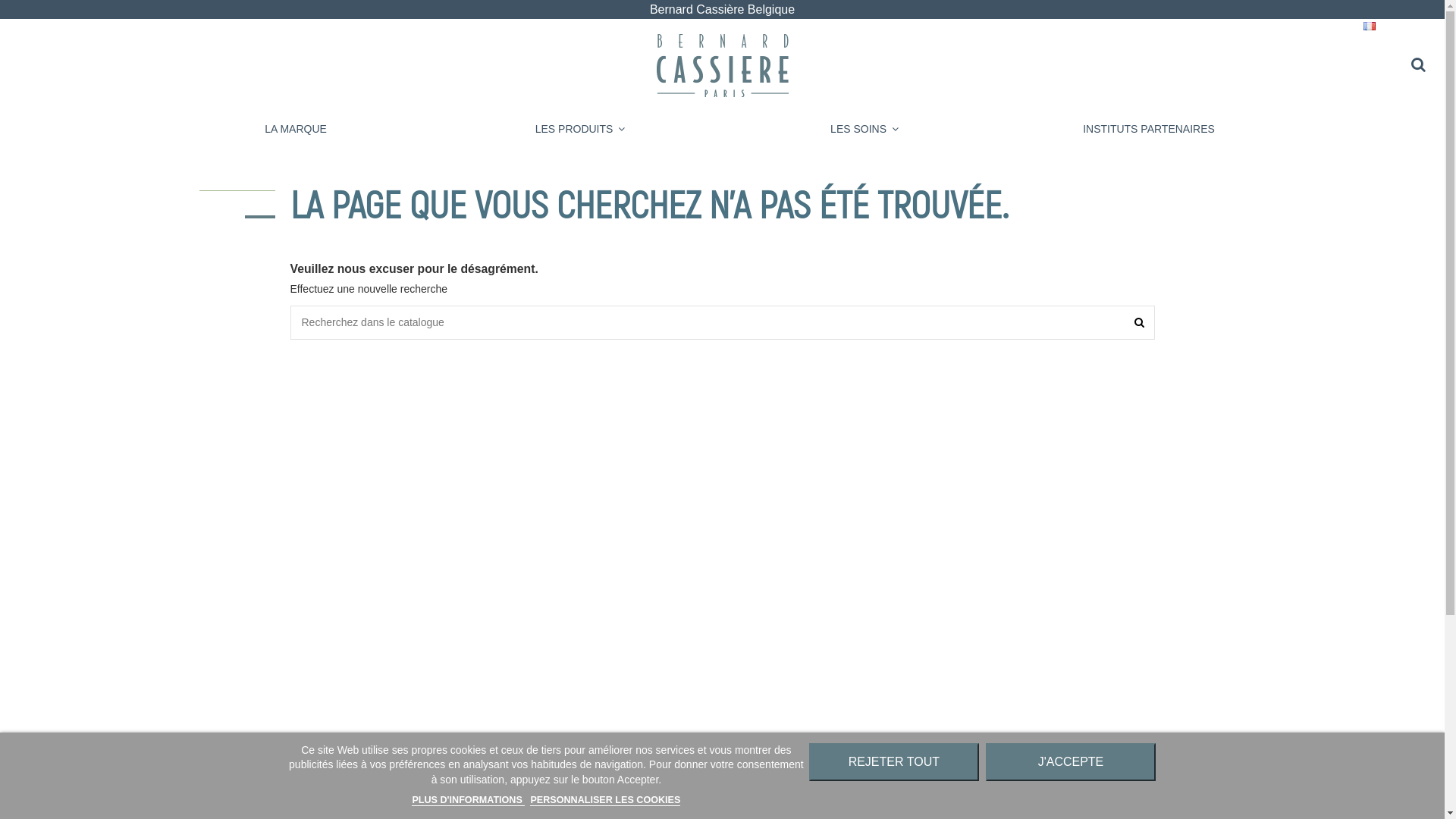 The image size is (1456, 819). I want to click on 'LA MARQUE', so click(295, 128).